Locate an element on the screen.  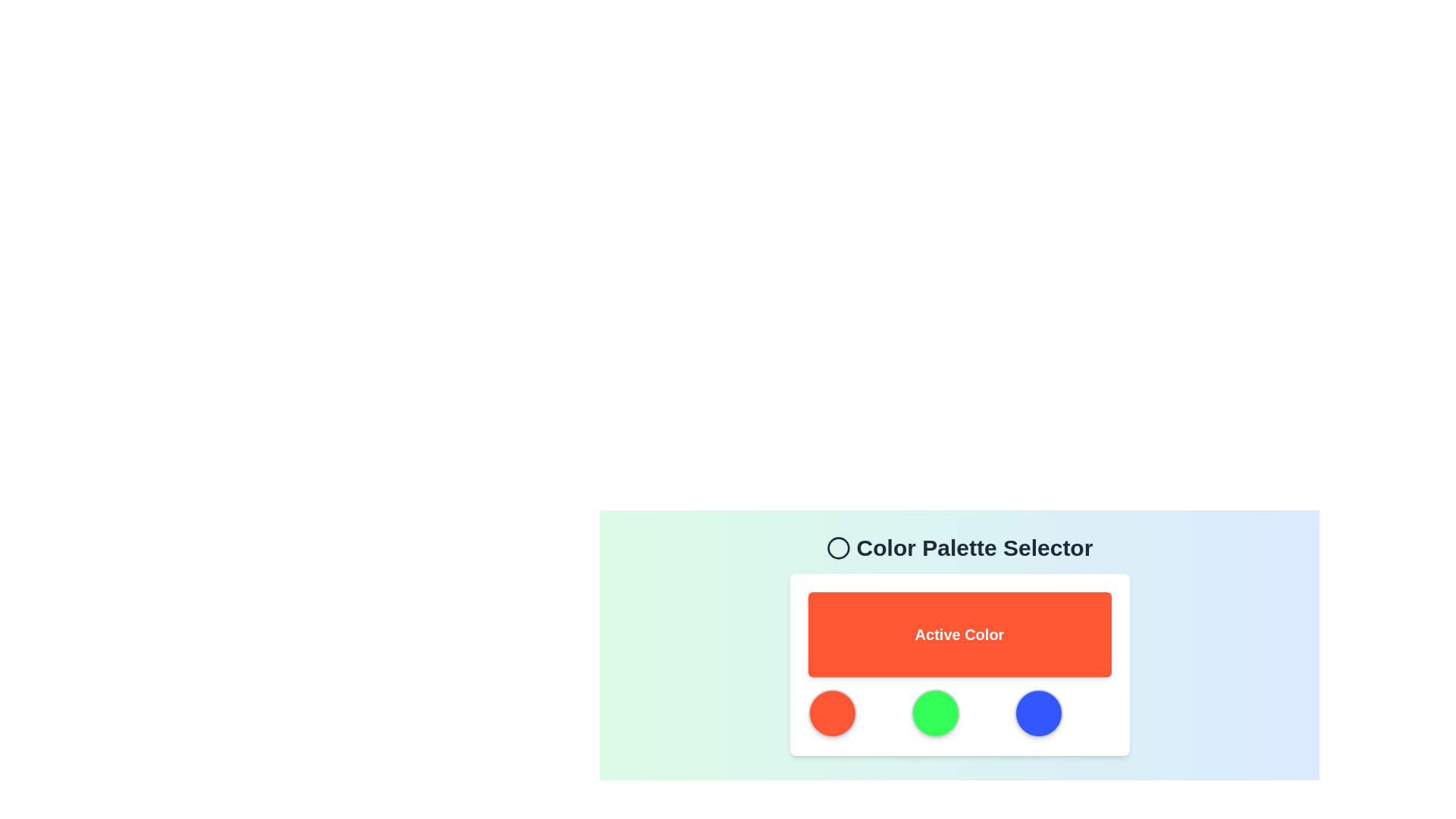
the circle representing the active state of the 'Color Palette Selector' interface, located above the text 'Color Palette Selector' is located at coordinates (837, 548).